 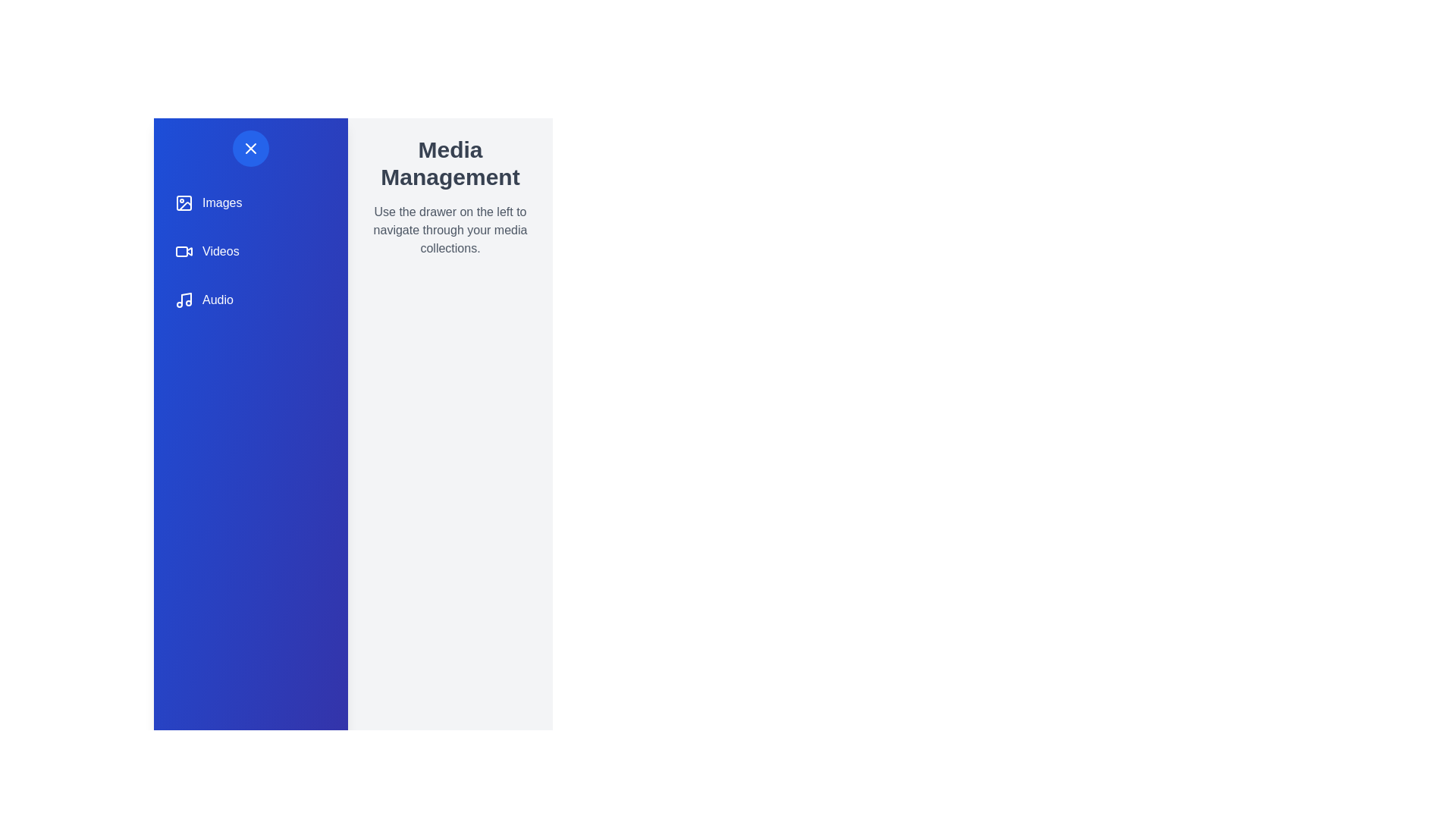 What do you see at coordinates (251, 149) in the screenshot?
I see `the close button at the top of the vertical sidebar to observe the hover effect` at bounding box center [251, 149].